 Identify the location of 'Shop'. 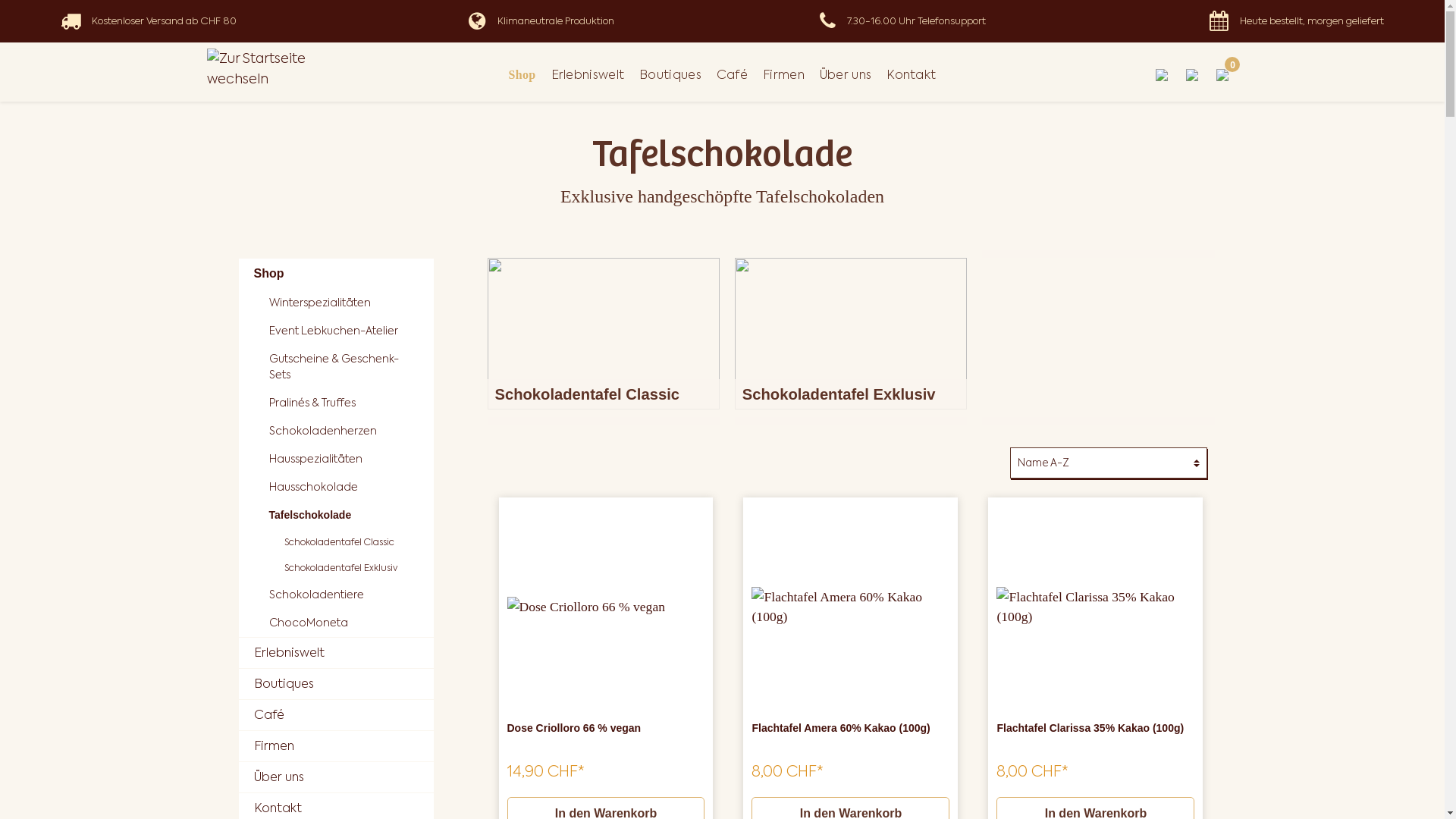
(522, 75).